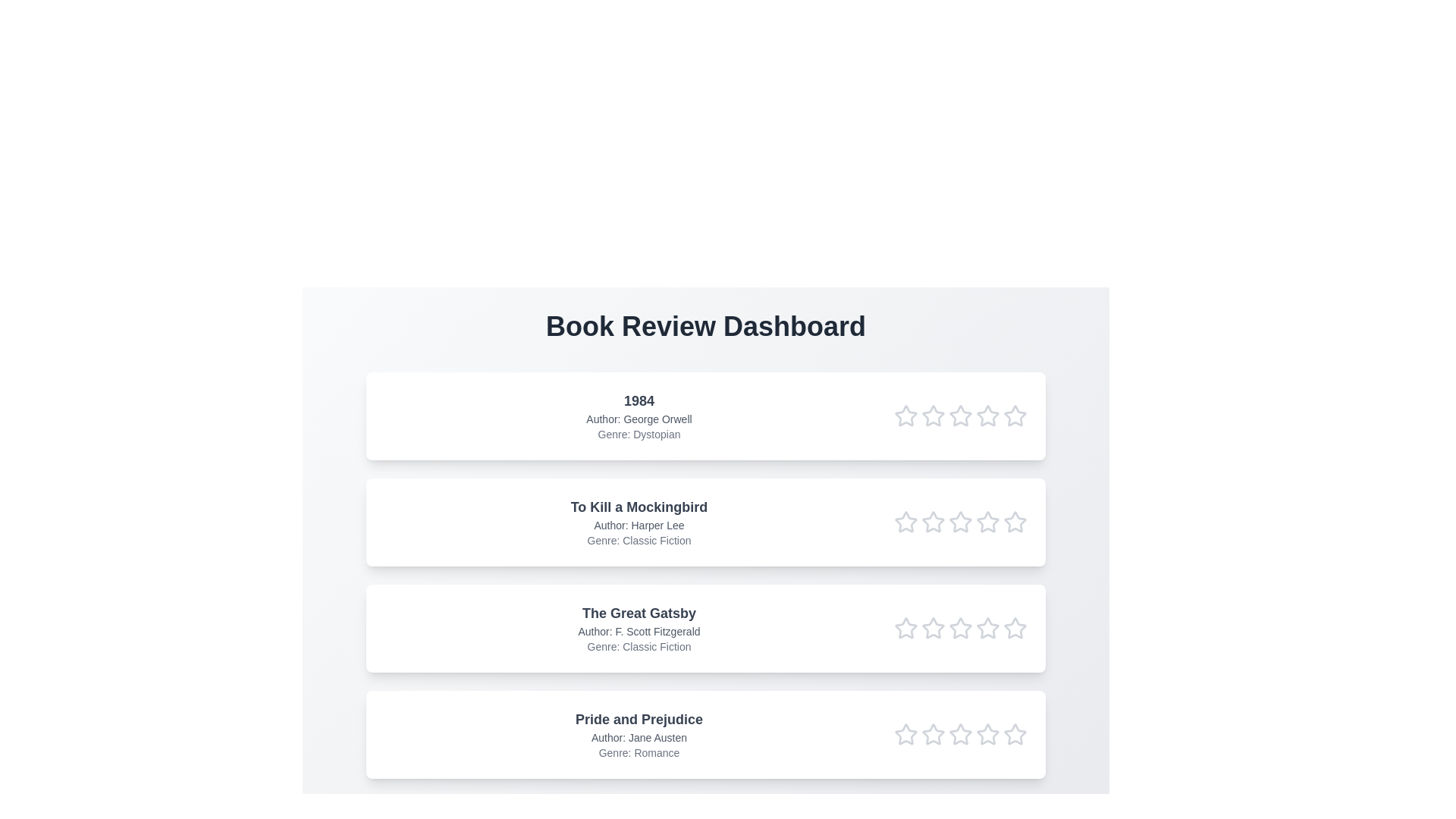 The height and width of the screenshot is (819, 1456). Describe the element at coordinates (1015, 522) in the screenshot. I see `the star corresponding to 5 in the rating row of the book titled To Kill a Mockingbird` at that location.